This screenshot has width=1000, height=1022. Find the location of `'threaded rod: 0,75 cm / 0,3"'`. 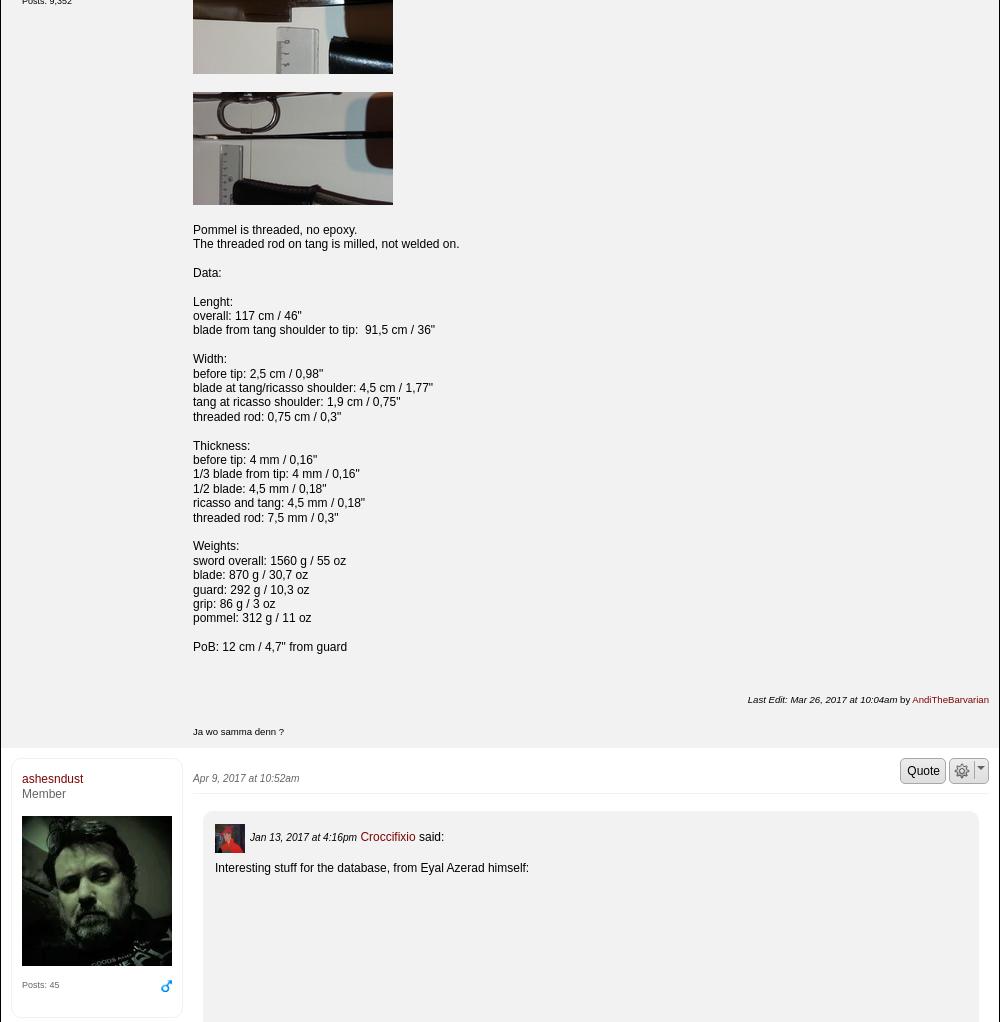

'threaded rod: 0,75 cm / 0,3"' is located at coordinates (267, 415).